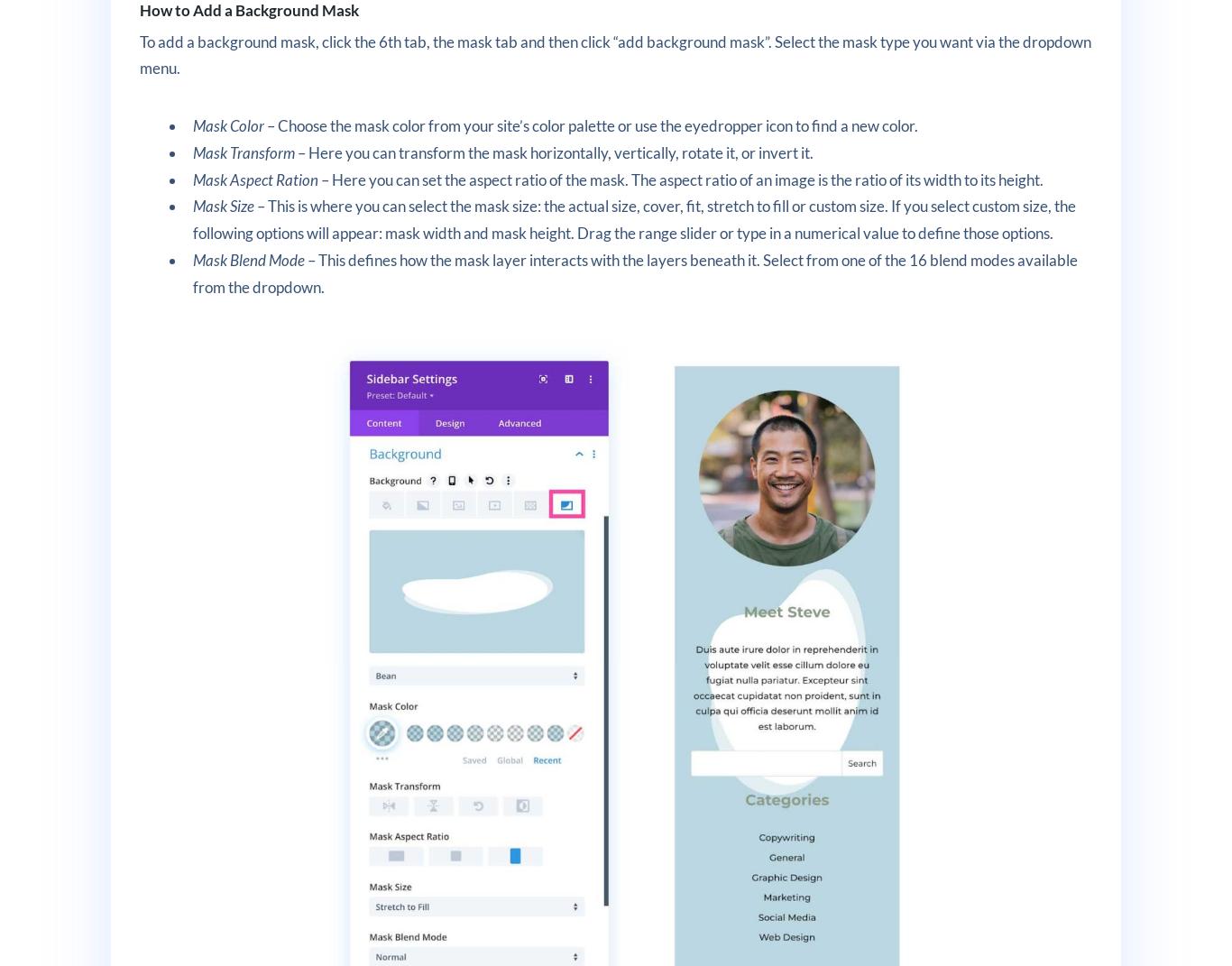 The width and height of the screenshot is (1232, 966). What do you see at coordinates (613, 53) in the screenshot?
I see `'To add a background mask, click the 6th tab, the mask tab and then click “add background mask”. Select the mask type you want via the dropdown menu.'` at bounding box center [613, 53].